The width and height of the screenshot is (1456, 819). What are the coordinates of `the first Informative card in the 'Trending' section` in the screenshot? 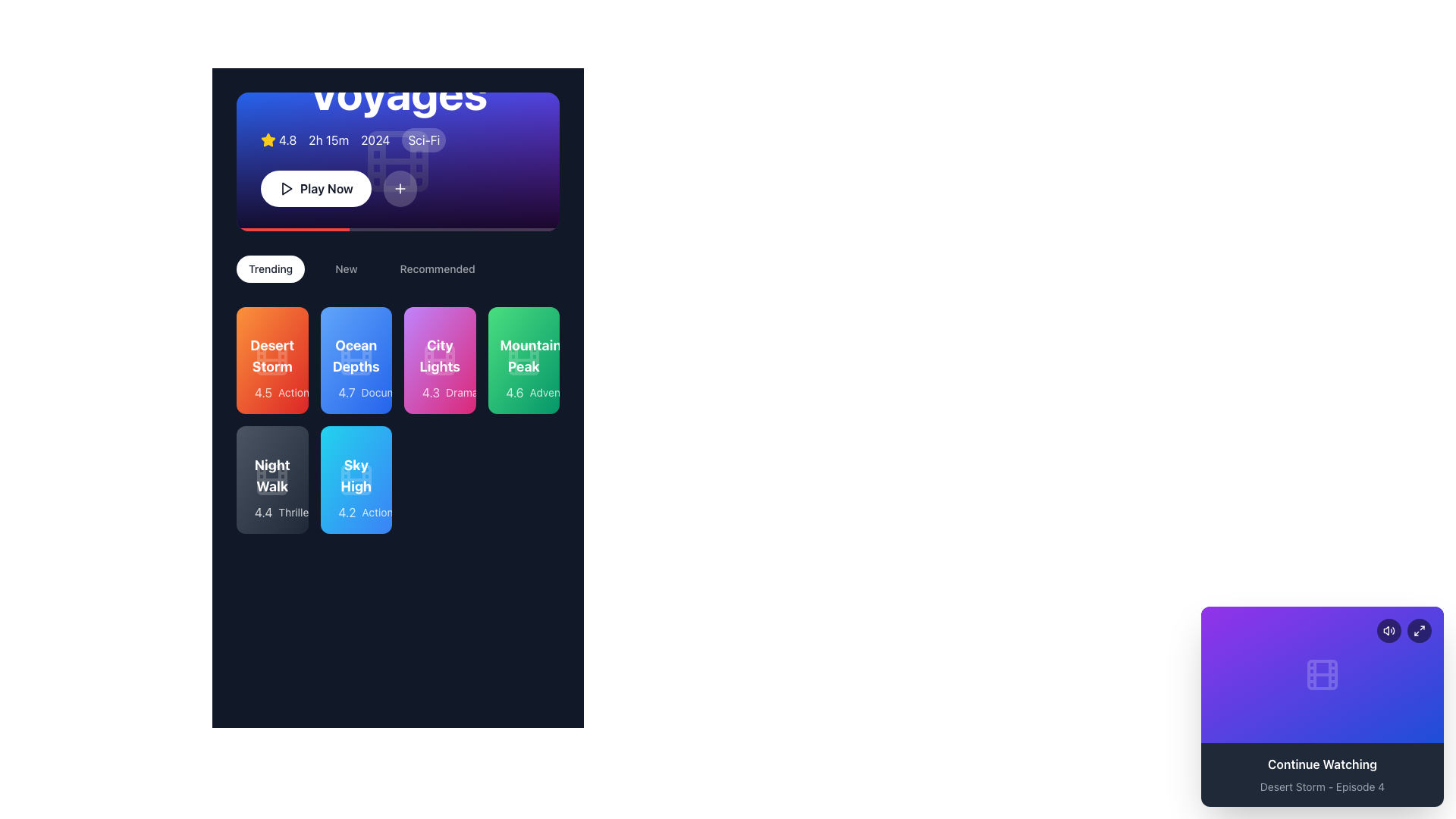 It's located at (272, 369).